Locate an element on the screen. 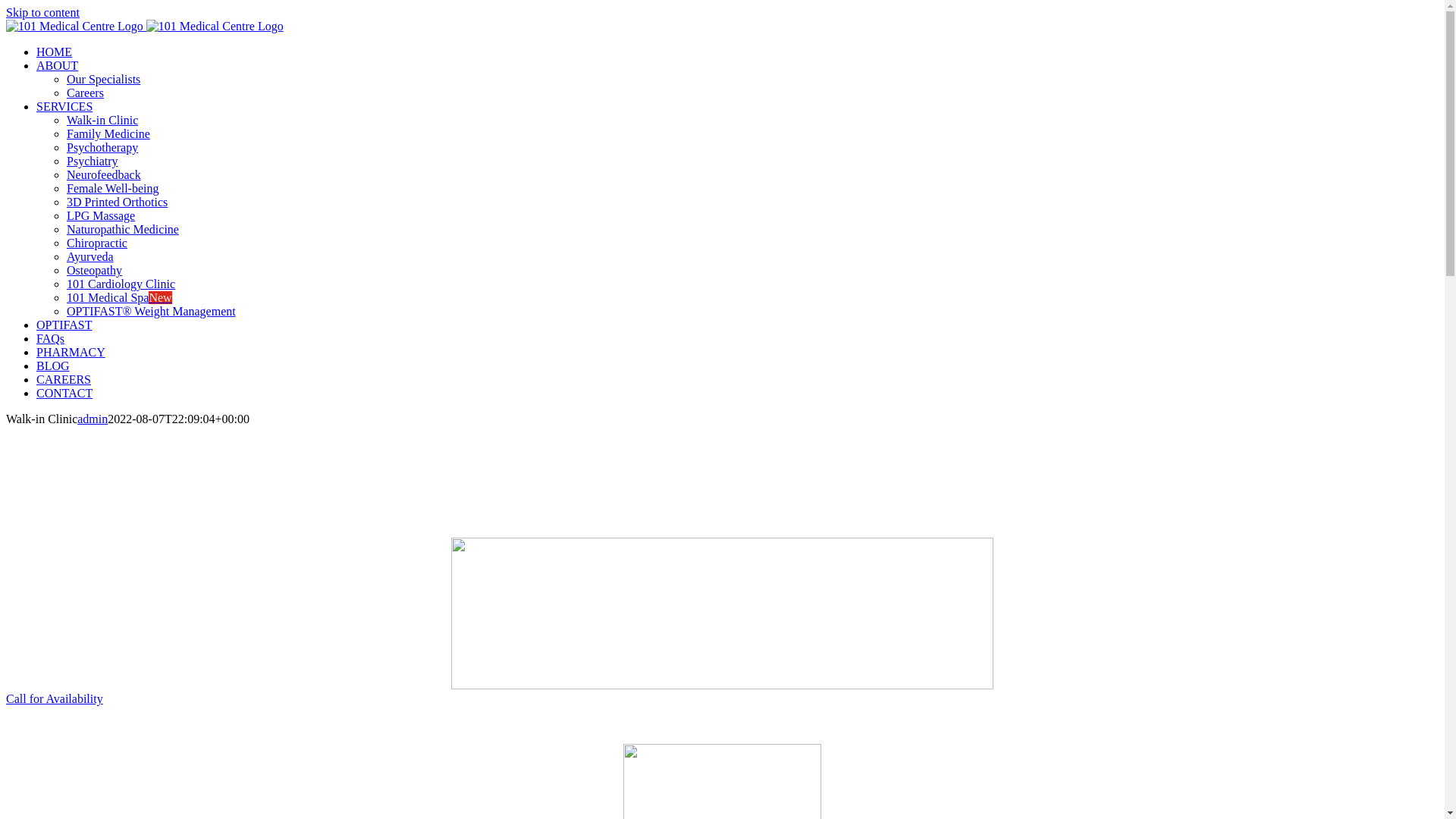 The height and width of the screenshot is (819, 1456). 'Walk-in Clinic' is located at coordinates (101, 119).